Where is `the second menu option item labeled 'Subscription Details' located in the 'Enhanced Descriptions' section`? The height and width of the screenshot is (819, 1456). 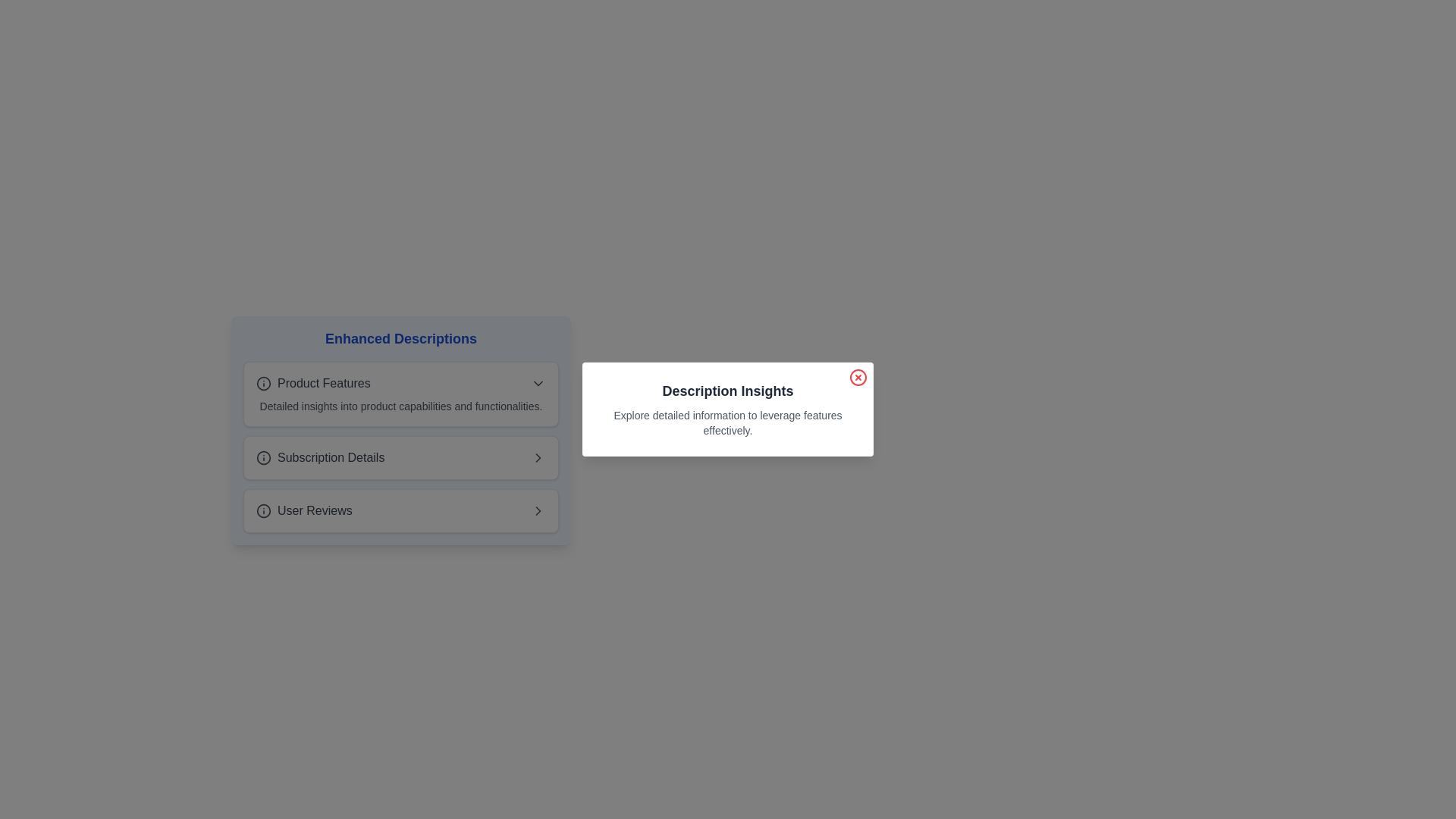
the second menu option item labeled 'Subscription Details' located in the 'Enhanced Descriptions' section is located at coordinates (400, 457).